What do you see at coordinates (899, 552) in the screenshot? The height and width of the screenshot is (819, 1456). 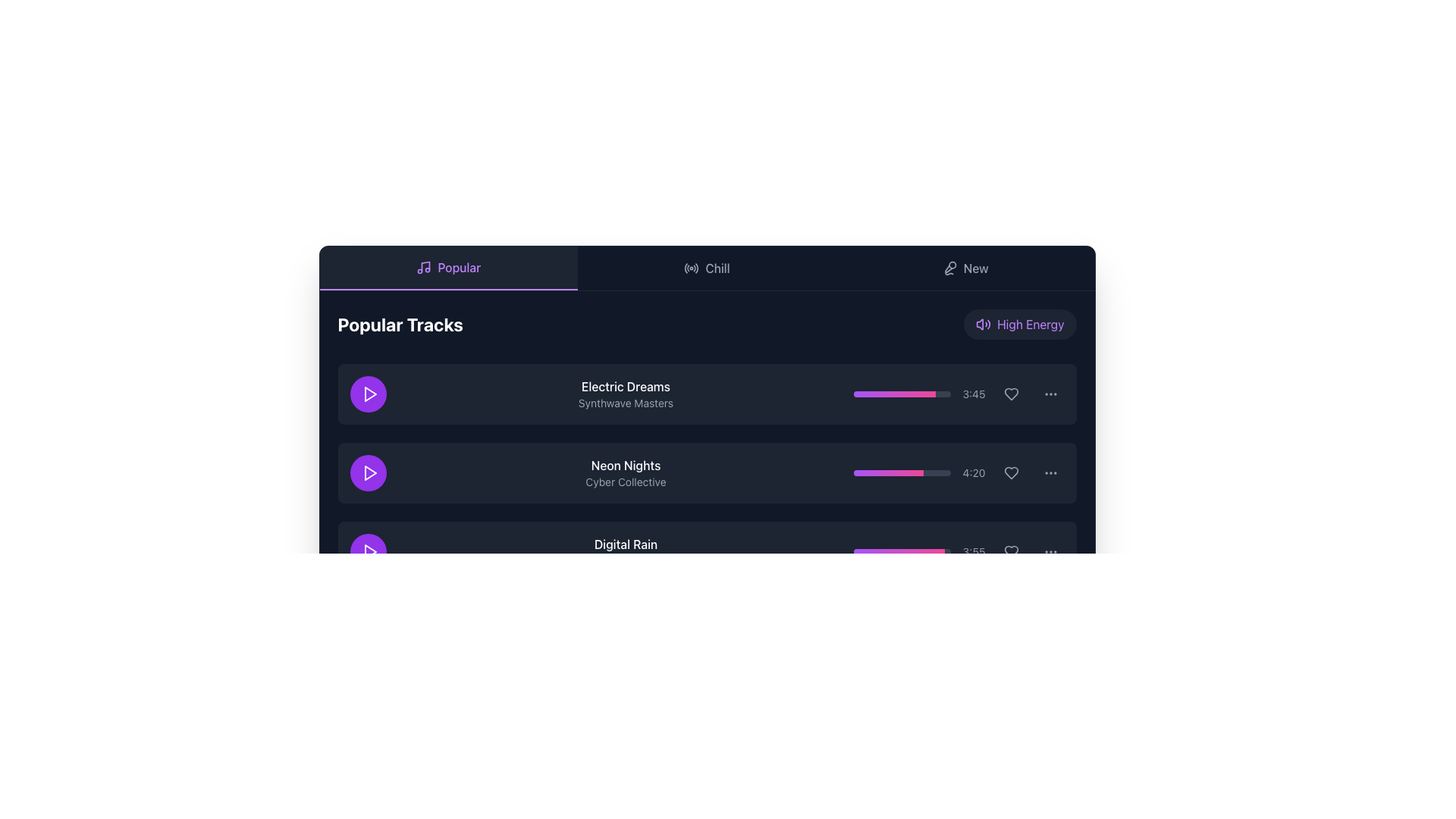 I see `the visual state of the progress indicator for the track 'Digital Rain' within the progress bar, which shows approximately 94% completion with a gradient from purple to pink` at bounding box center [899, 552].